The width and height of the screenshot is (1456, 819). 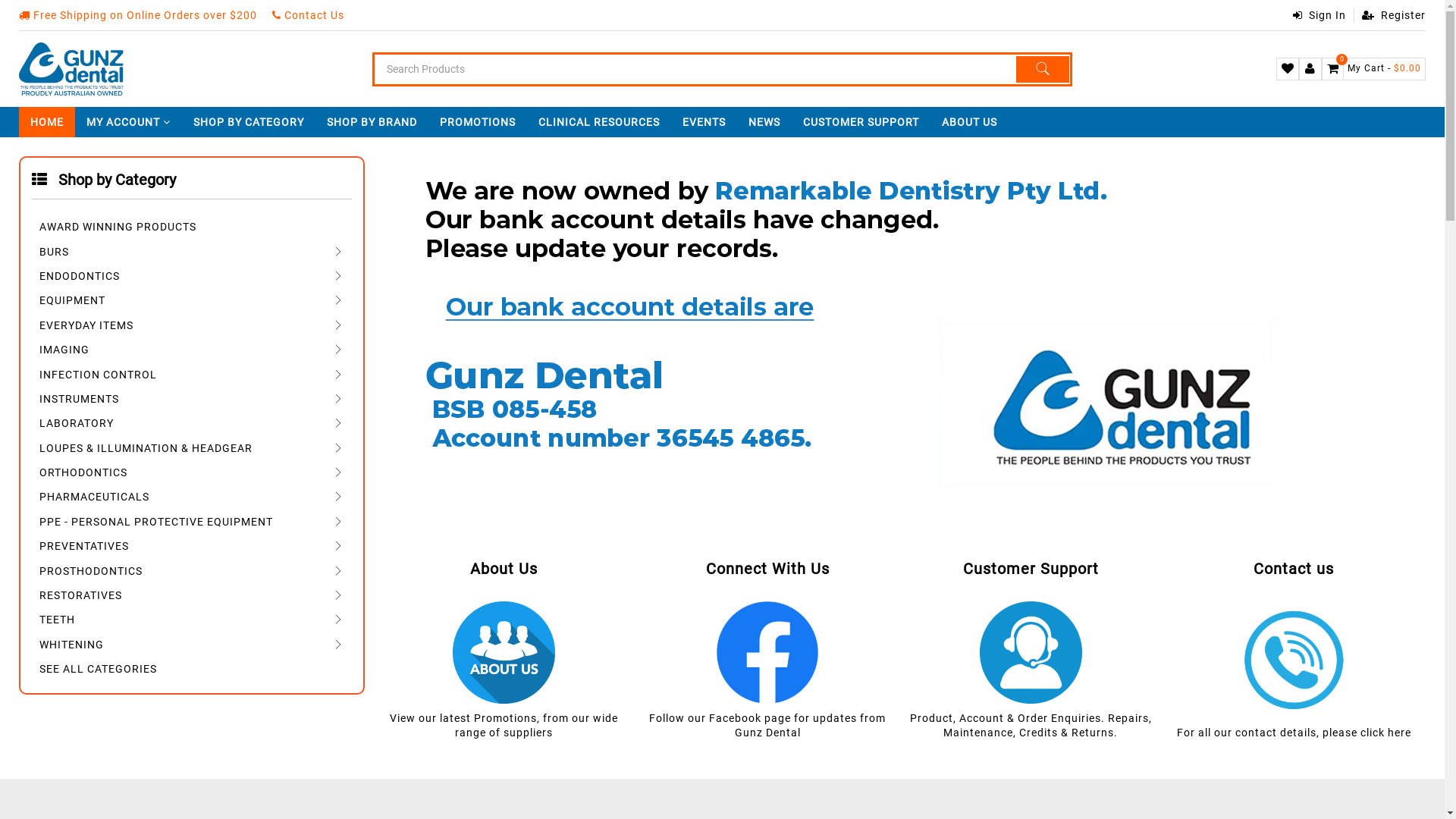 I want to click on 'ABOUT US', so click(x=968, y=121).